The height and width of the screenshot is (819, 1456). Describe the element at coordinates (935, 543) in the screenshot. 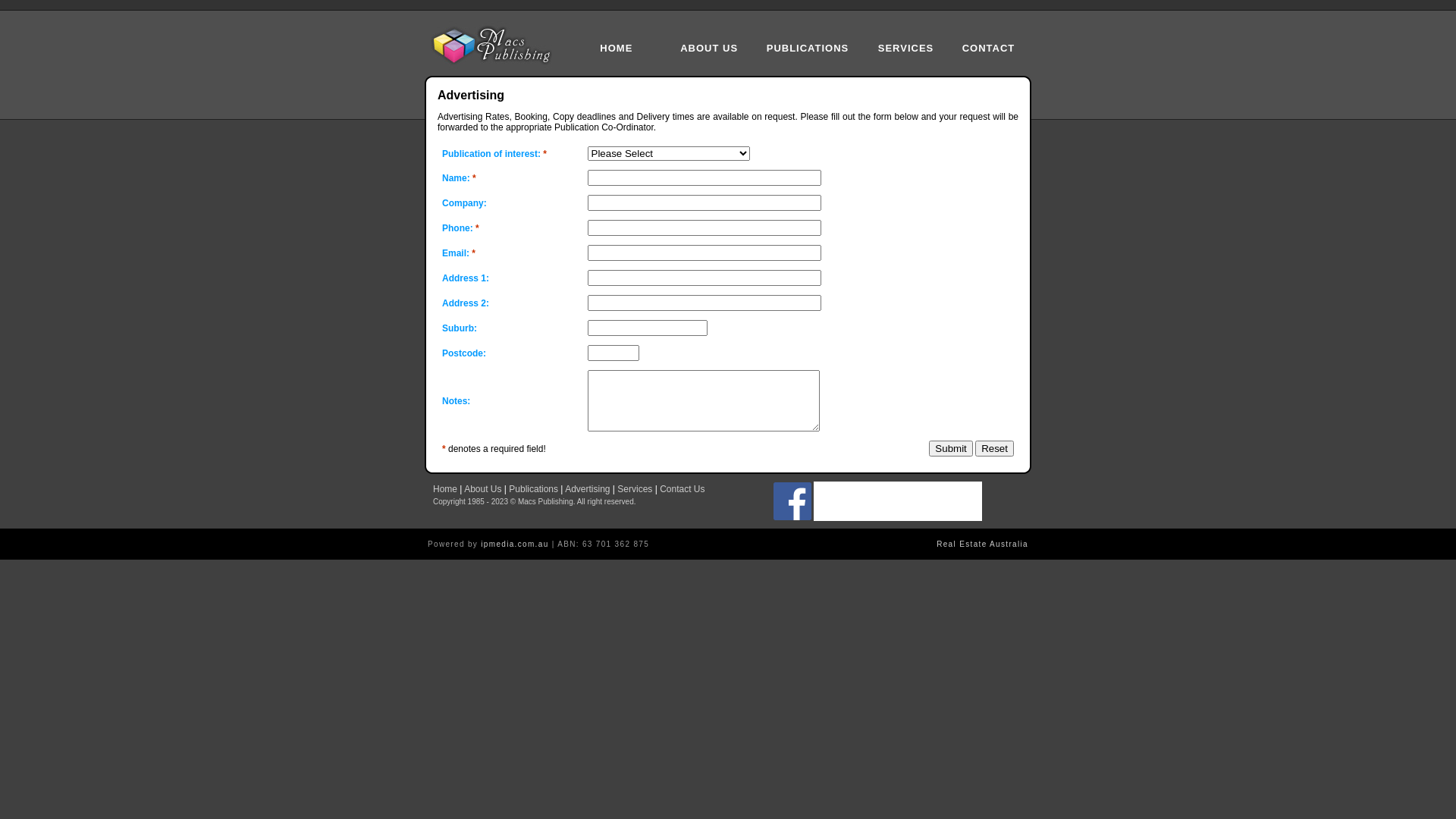

I see `'Real Estate Australia'` at that location.